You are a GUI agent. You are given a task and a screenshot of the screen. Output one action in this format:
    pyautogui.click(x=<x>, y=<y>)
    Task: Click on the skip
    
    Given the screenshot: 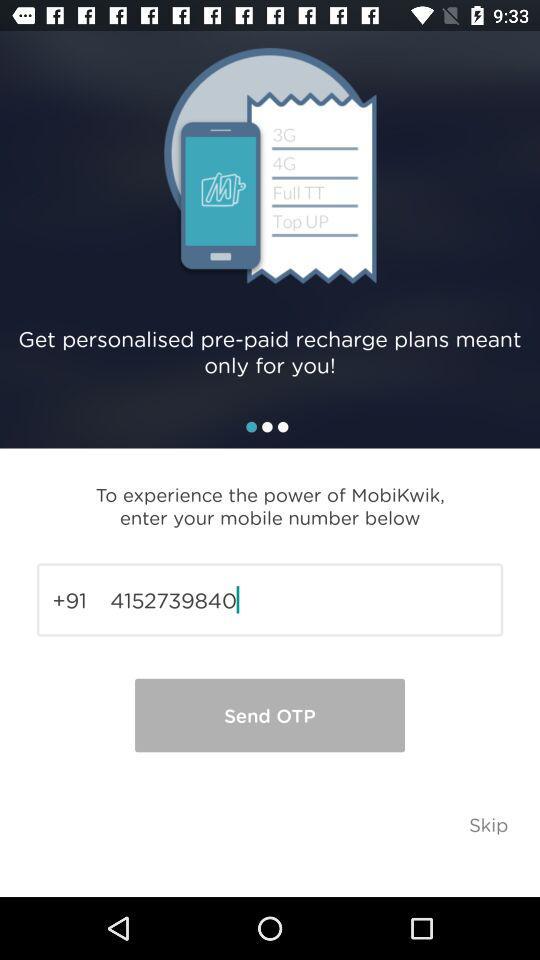 What is the action you would take?
    pyautogui.click(x=487, y=824)
    